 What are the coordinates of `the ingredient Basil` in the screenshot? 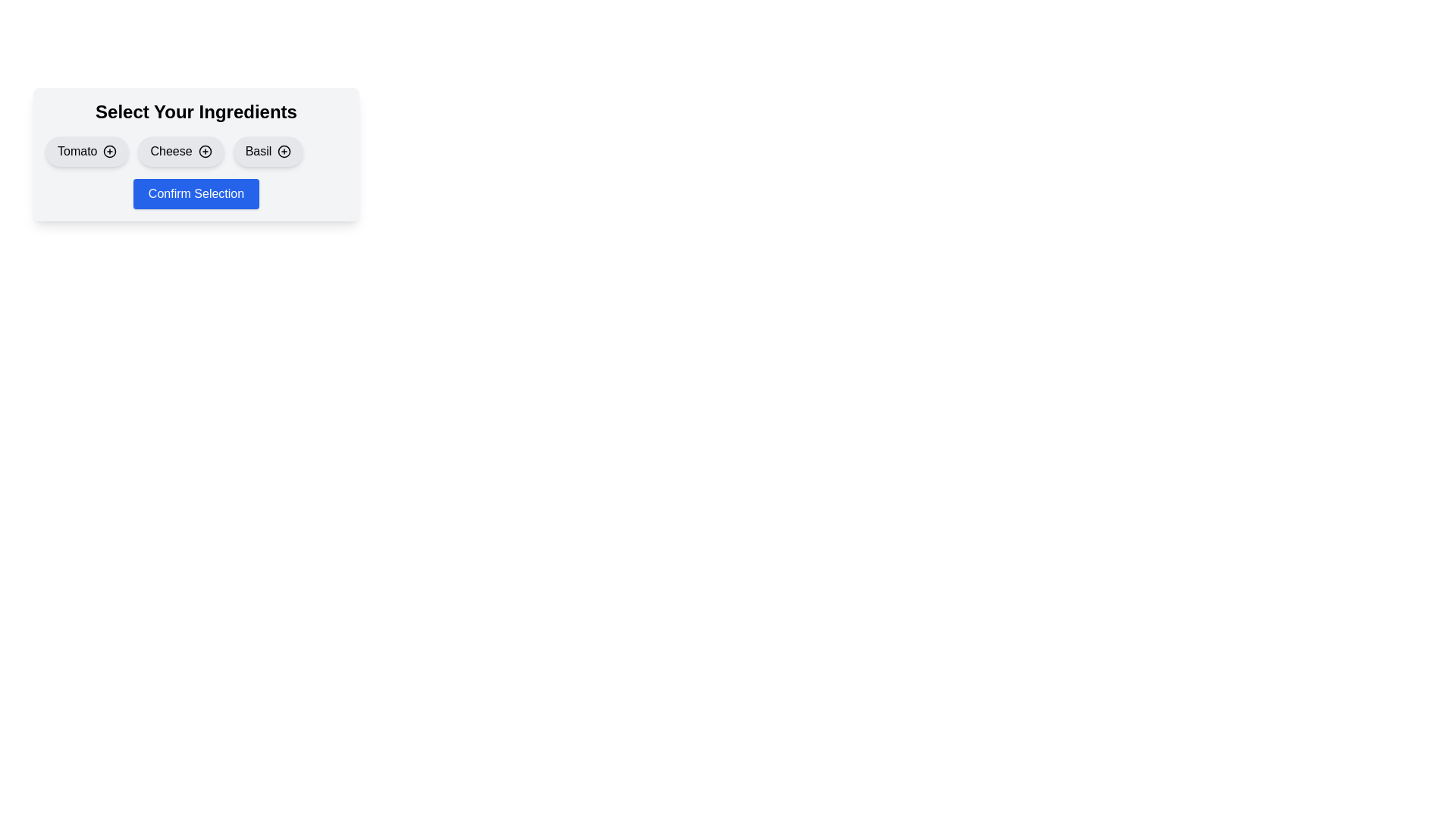 It's located at (268, 152).